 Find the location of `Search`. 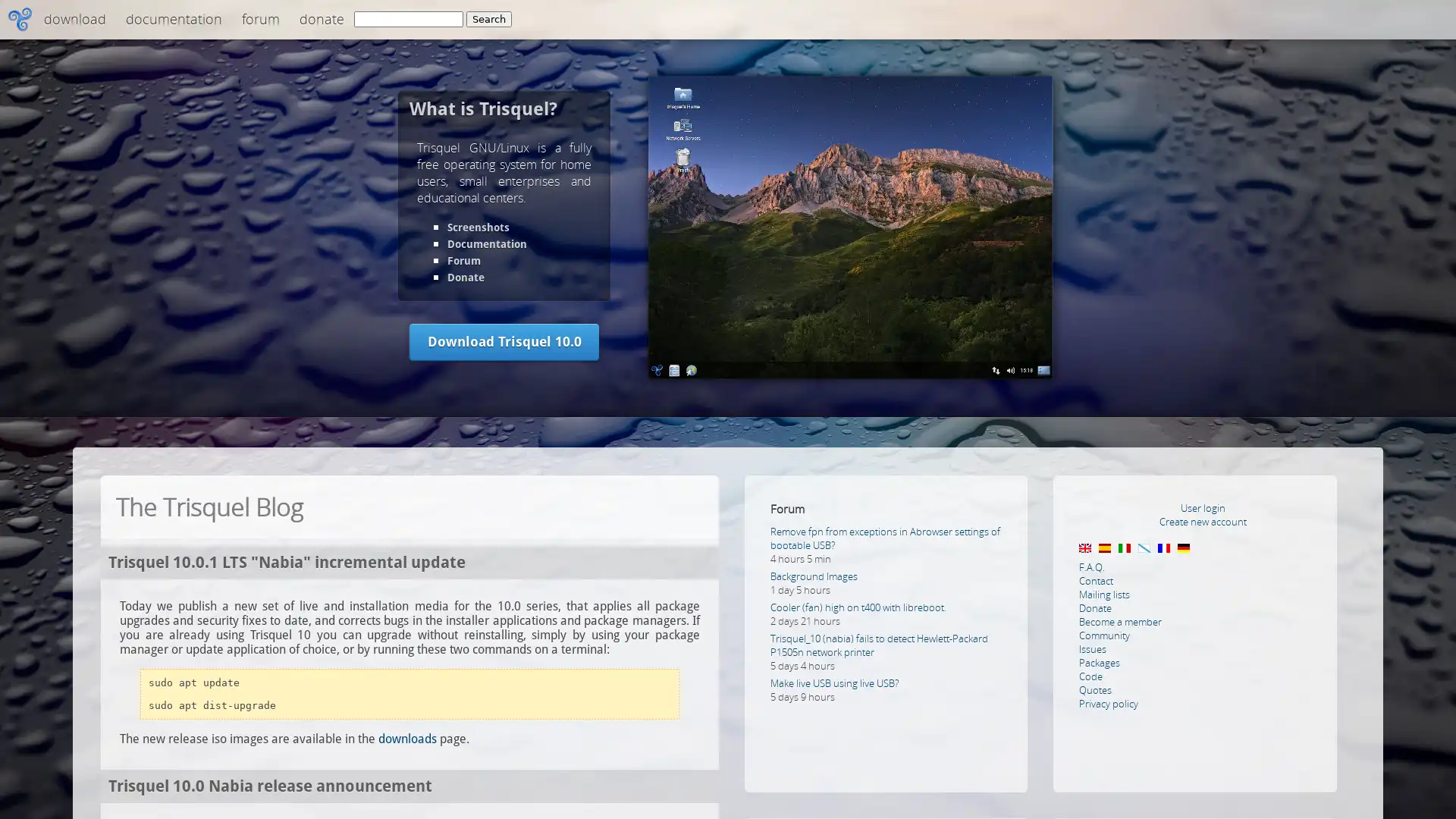

Search is located at coordinates (488, 19).